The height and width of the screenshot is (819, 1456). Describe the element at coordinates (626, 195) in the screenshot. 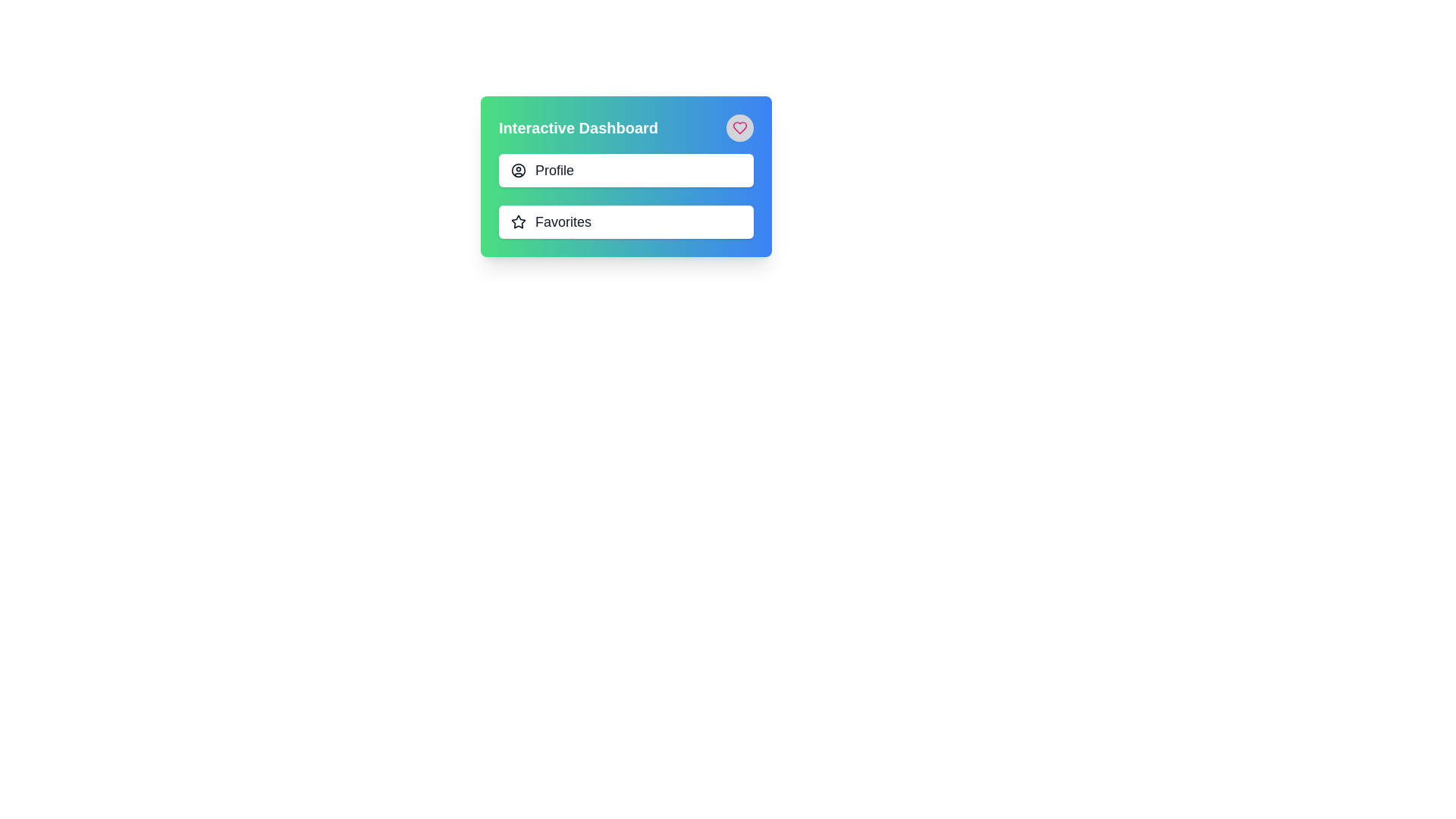

I see `the 'Profile' or 'Favorites' section of the List or menu item group located under the 'Interactive Dashboard' title` at that location.